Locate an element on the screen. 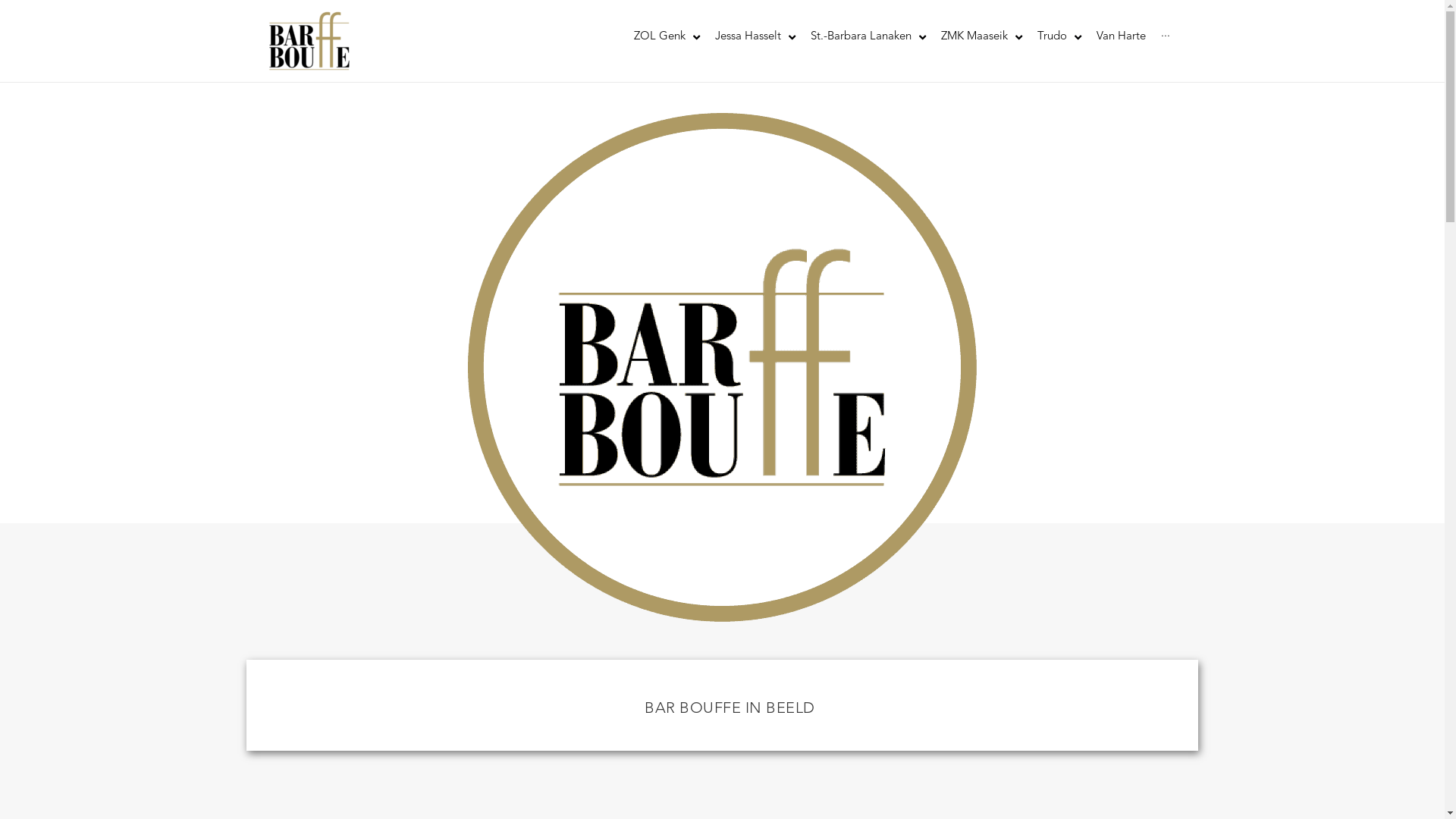 Image resolution: width=1456 pixels, height=819 pixels. 'Trudo' is located at coordinates (1030, 36).